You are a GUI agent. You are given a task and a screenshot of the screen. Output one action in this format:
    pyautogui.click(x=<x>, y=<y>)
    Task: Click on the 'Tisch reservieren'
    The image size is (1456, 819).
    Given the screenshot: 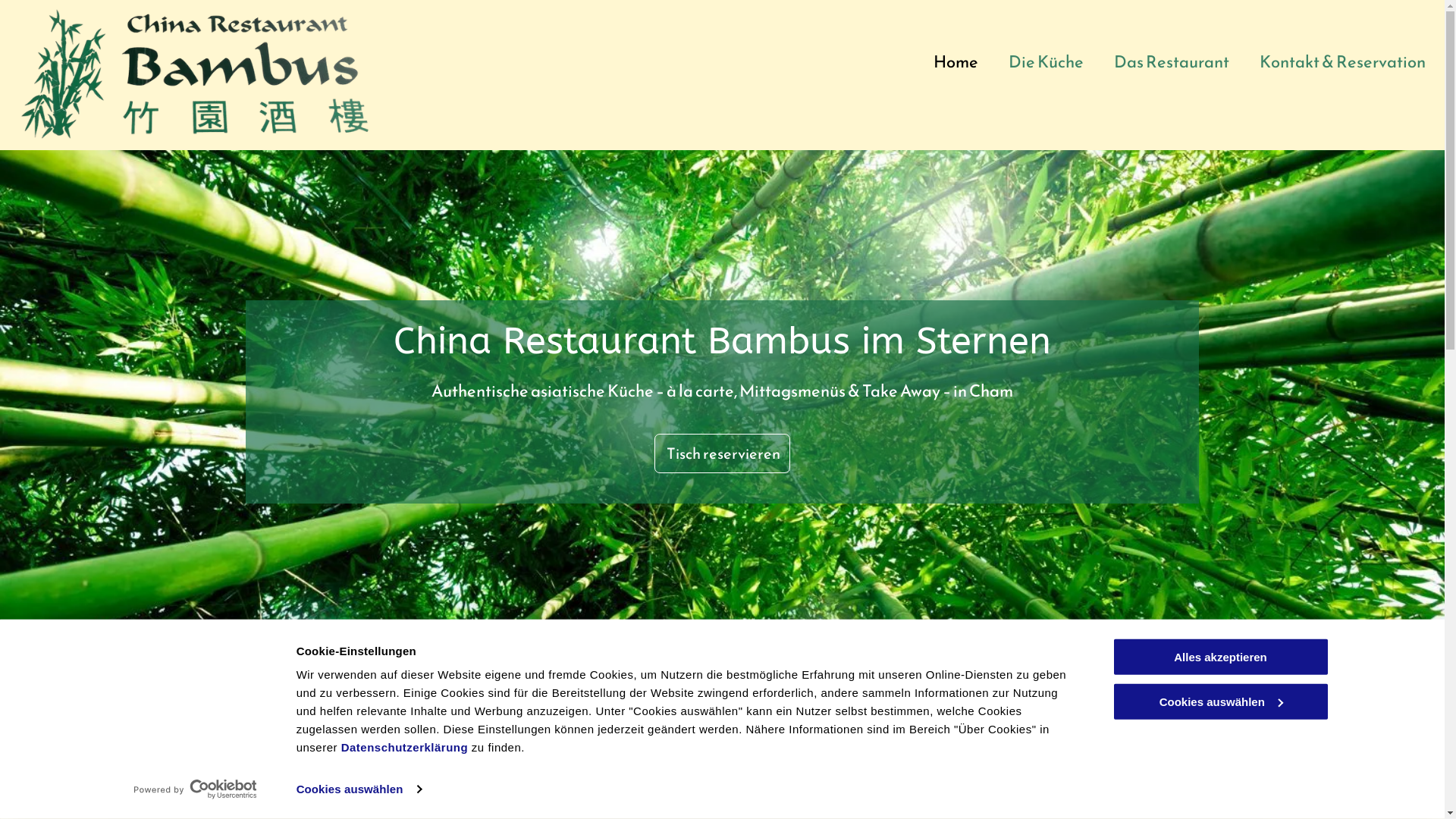 What is the action you would take?
    pyautogui.click(x=721, y=452)
    